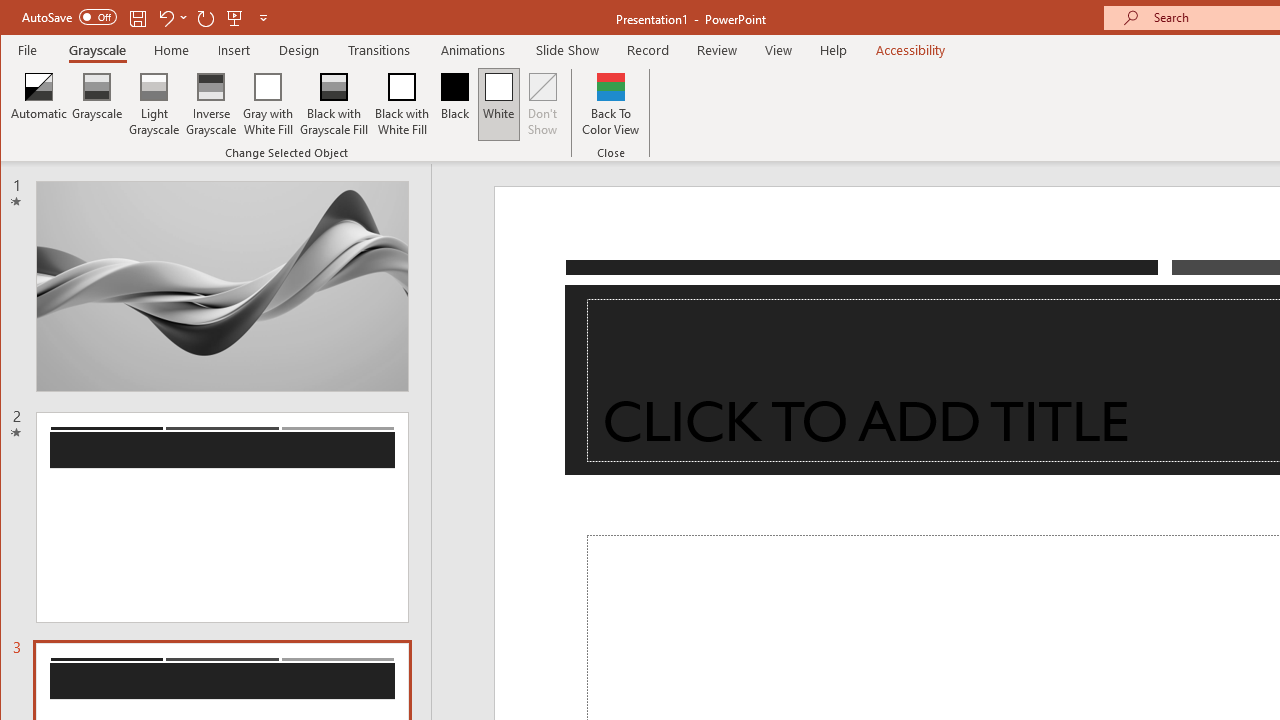  Describe the element at coordinates (543, 104) in the screenshot. I see `'Don'` at that location.